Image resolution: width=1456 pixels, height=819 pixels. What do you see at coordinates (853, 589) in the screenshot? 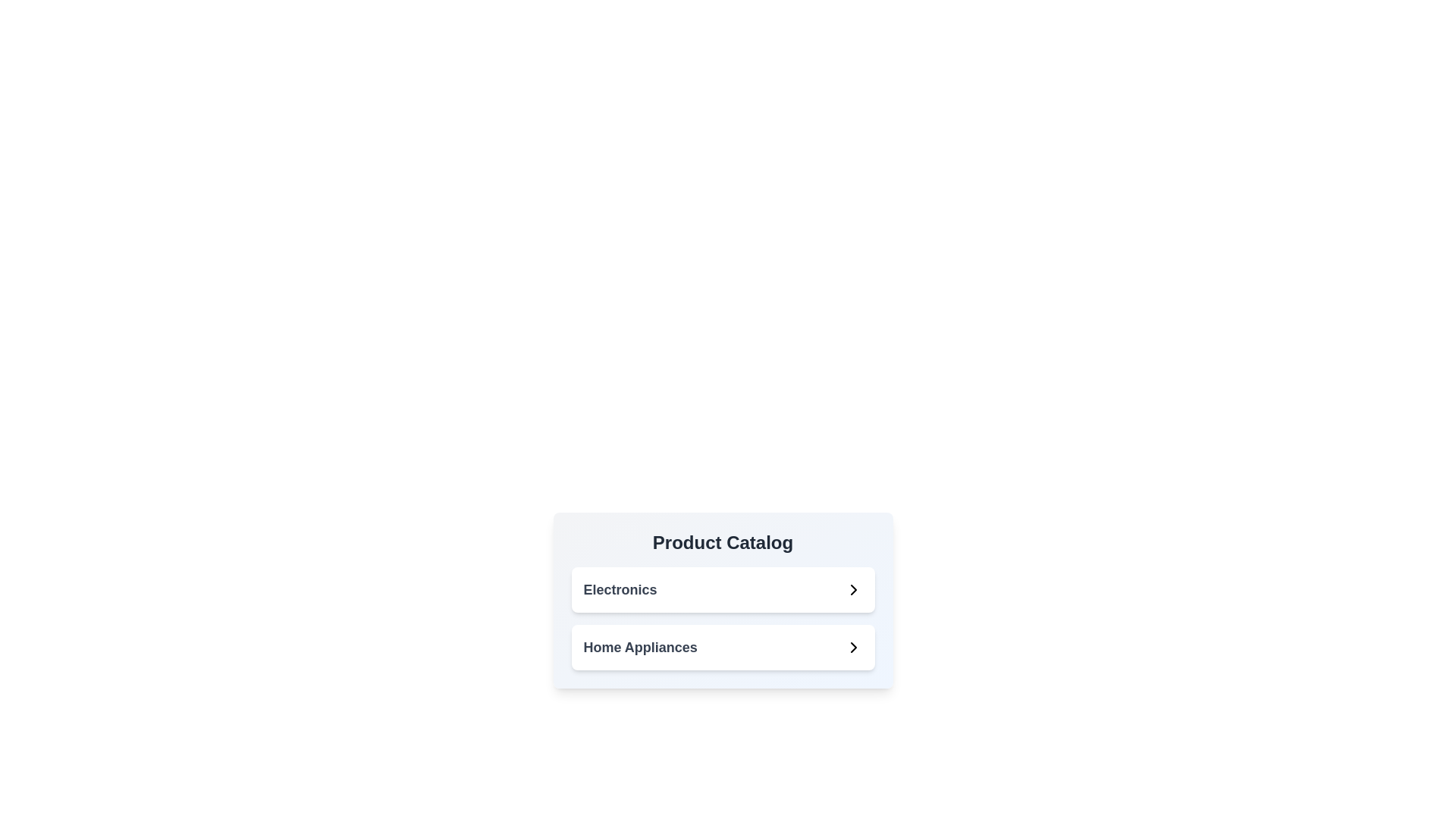
I see `the right-facing chevron icon next to the 'Electronics' list item` at bounding box center [853, 589].